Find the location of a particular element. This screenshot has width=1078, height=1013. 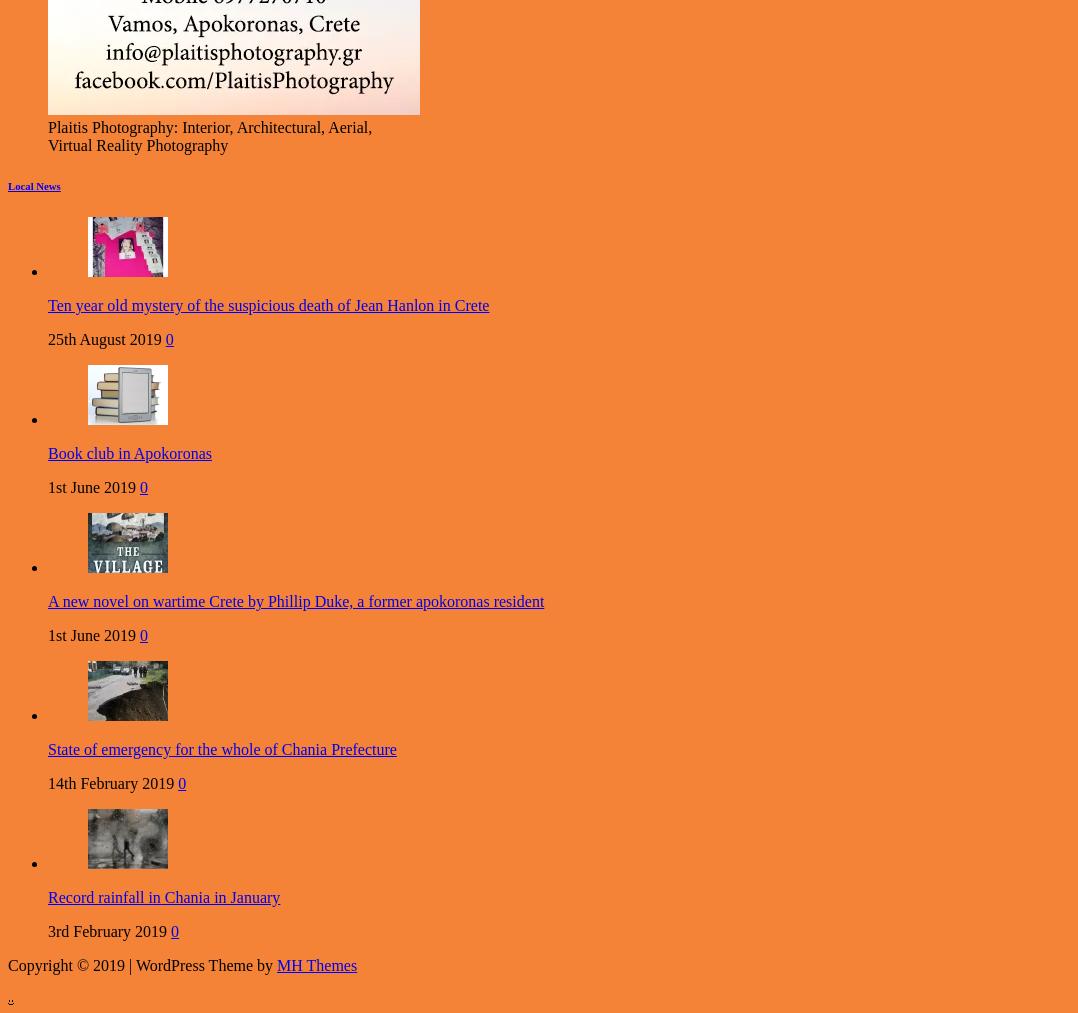

'Book club in Apokoronas' is located at coordinates (130, 452).